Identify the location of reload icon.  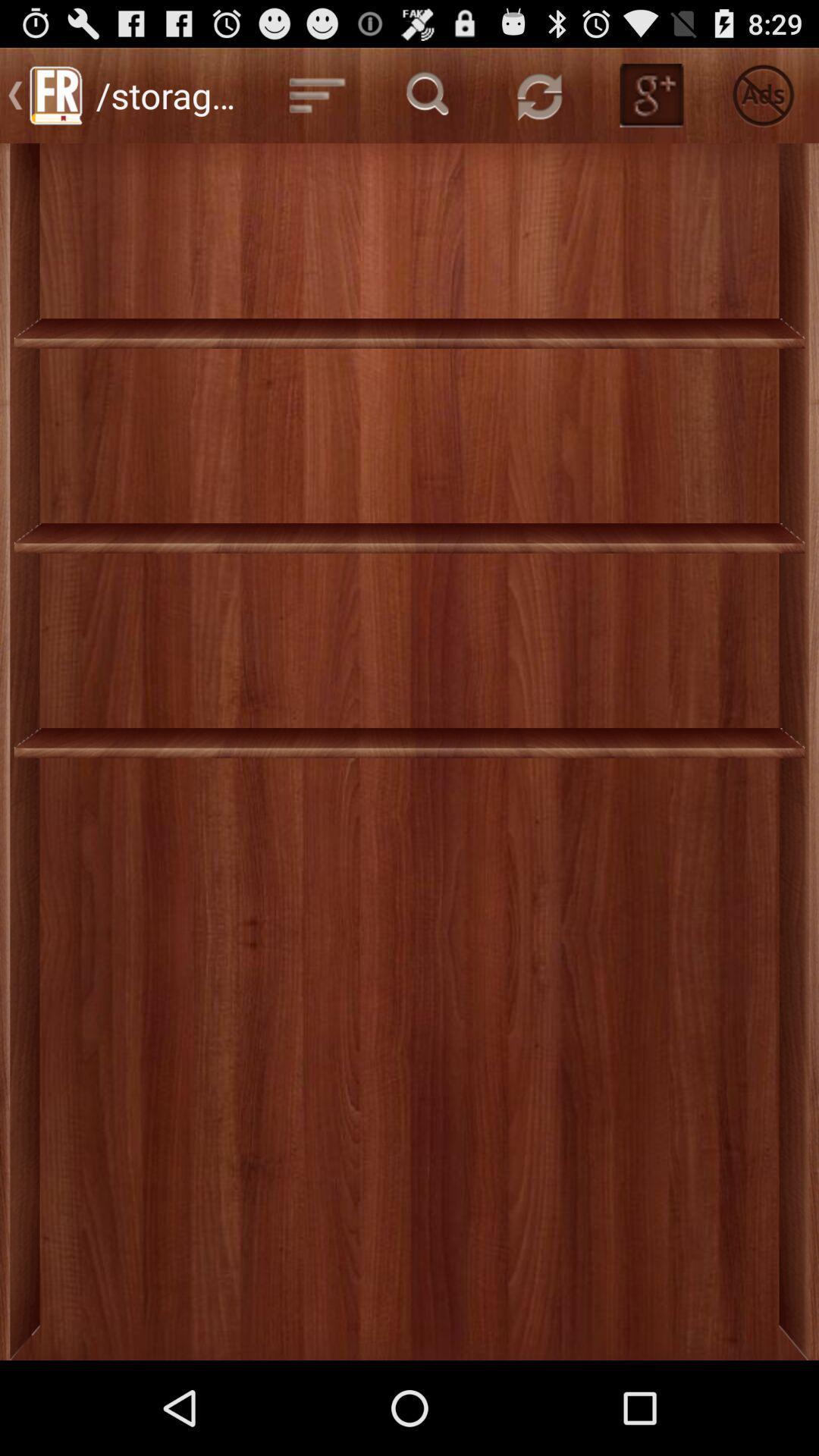
(539, 94).